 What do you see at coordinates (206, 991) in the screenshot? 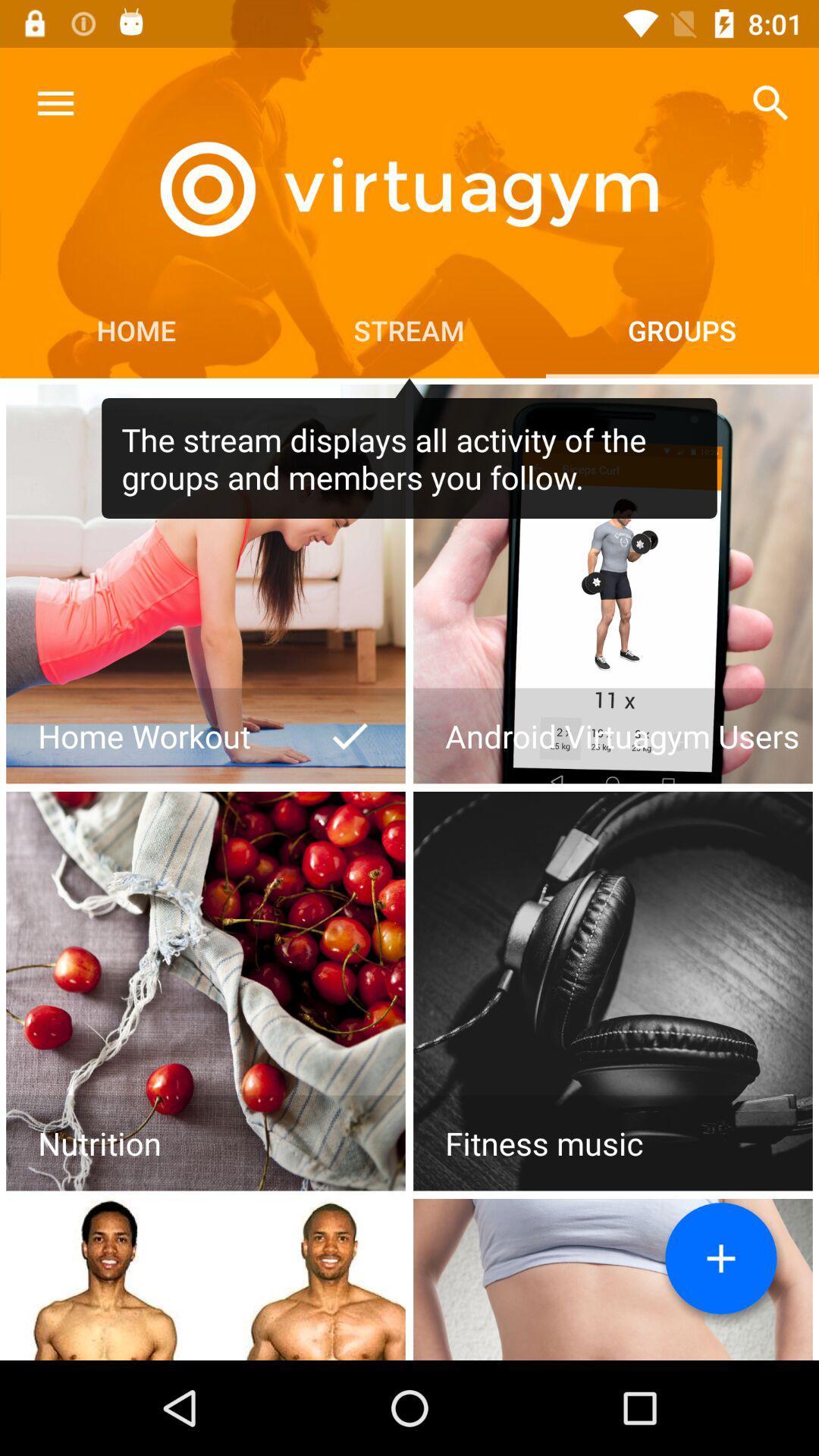
I see `oopen nutrition web page` at bounding box center [206, 991].